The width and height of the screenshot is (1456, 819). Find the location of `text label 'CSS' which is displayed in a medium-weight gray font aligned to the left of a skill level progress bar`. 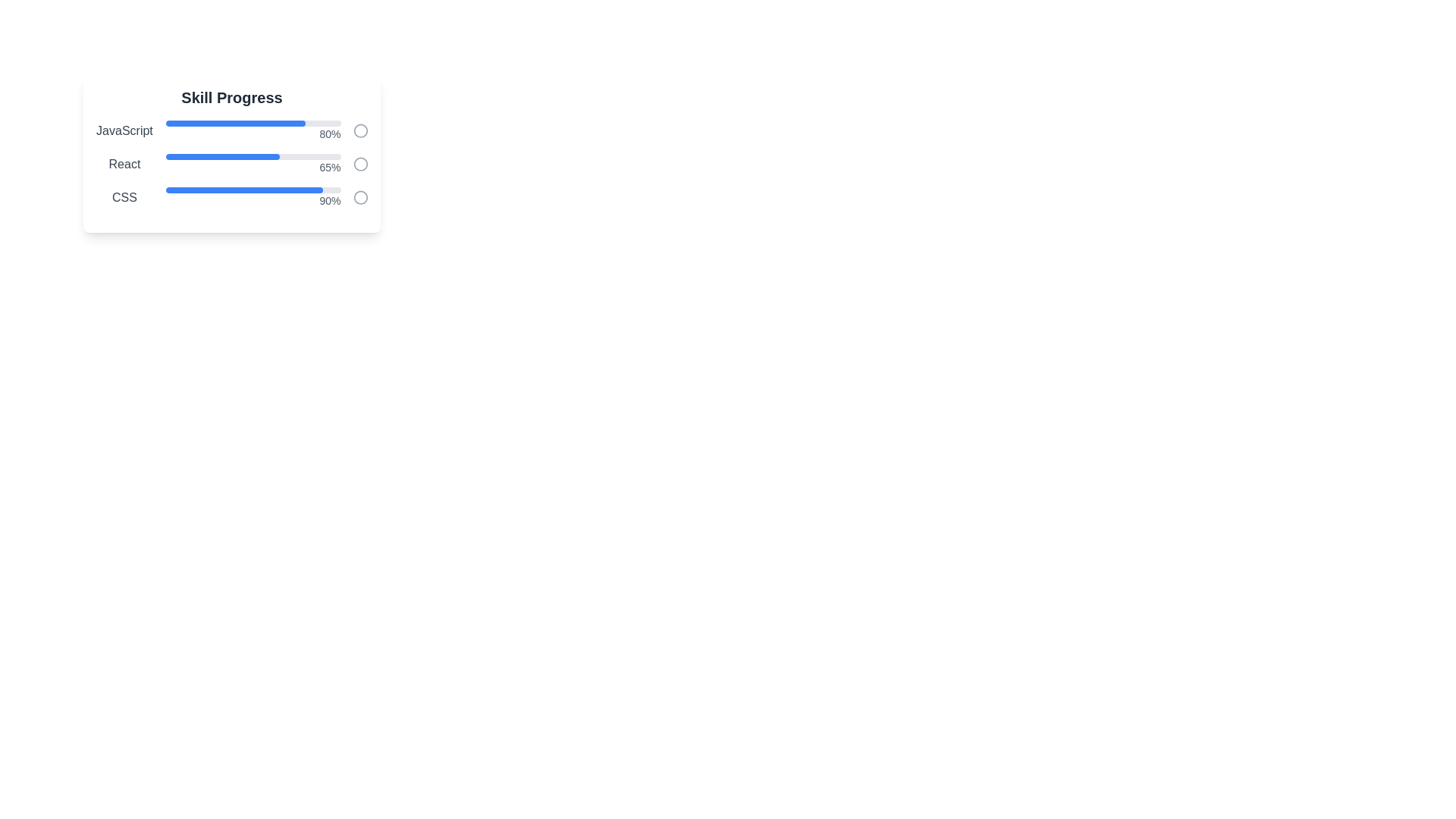

text label 'CSS' which is displayed in a medium-weight gray font aligned to the left of a skill level progress bar is located at coordinates (124, 197).